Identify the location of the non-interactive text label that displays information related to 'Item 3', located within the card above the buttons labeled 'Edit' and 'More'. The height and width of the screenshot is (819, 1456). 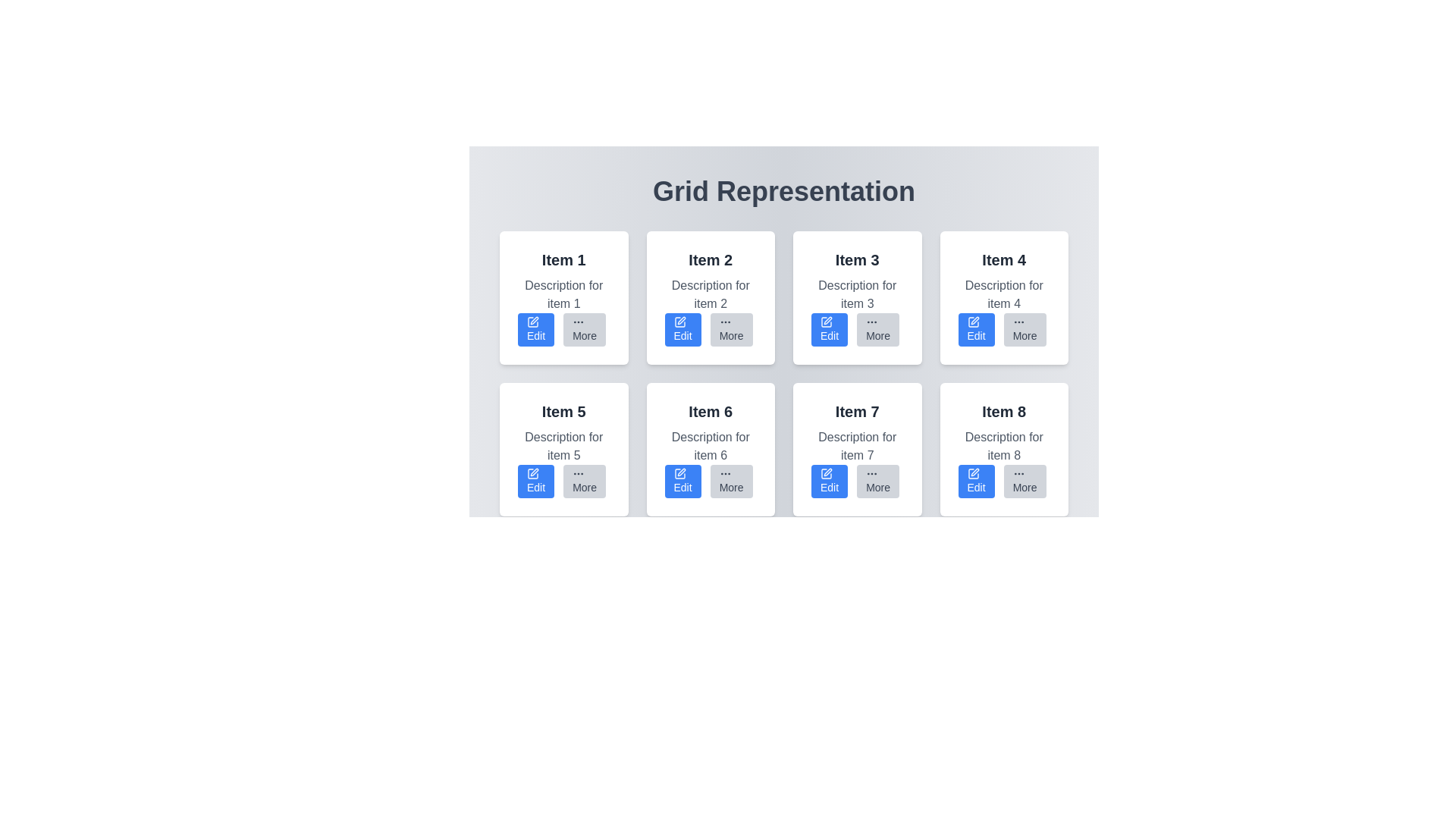
(857, 295).